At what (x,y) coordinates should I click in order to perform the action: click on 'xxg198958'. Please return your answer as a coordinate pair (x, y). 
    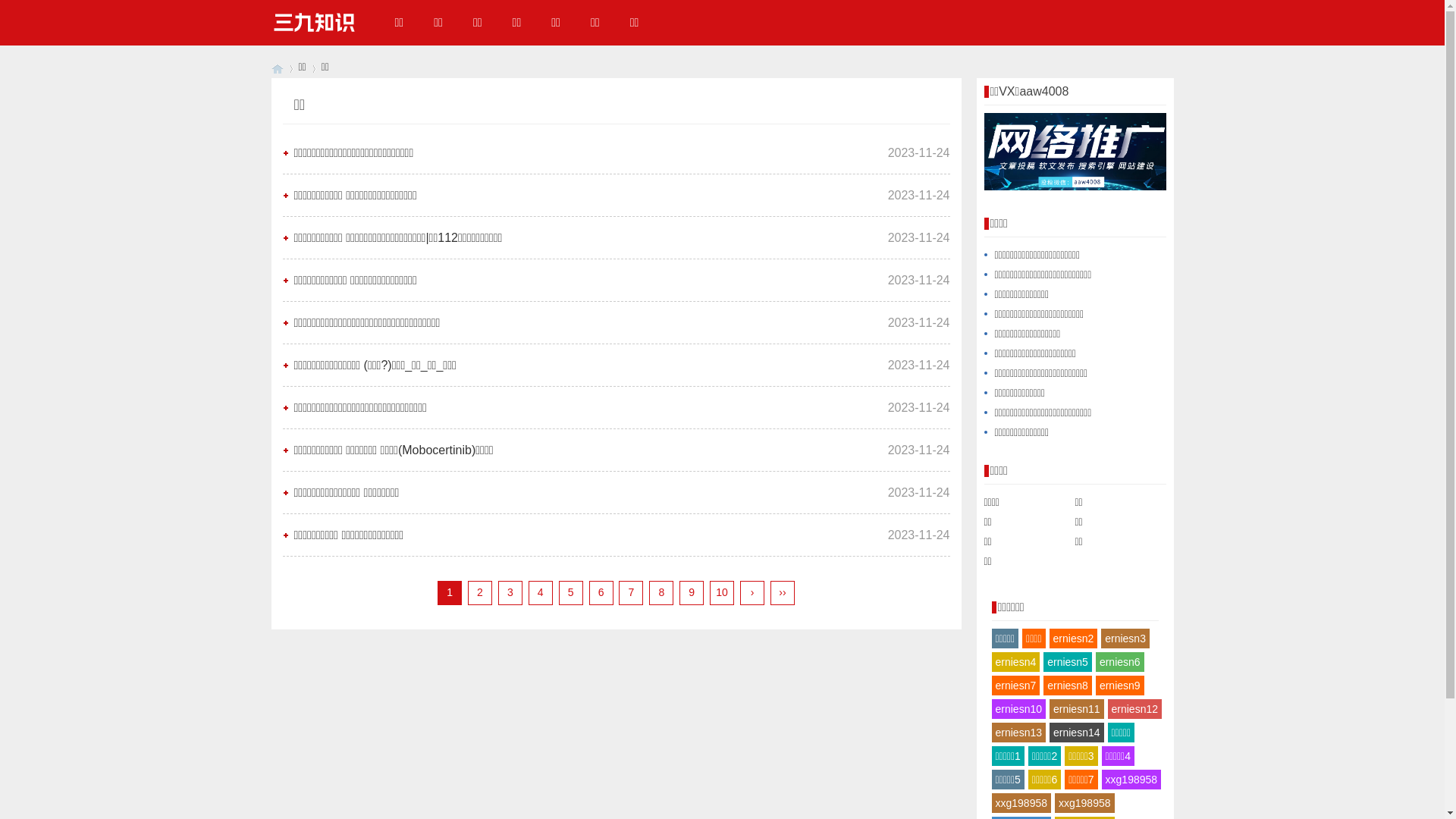
    Looking at the image, I should click on (1131, 780).